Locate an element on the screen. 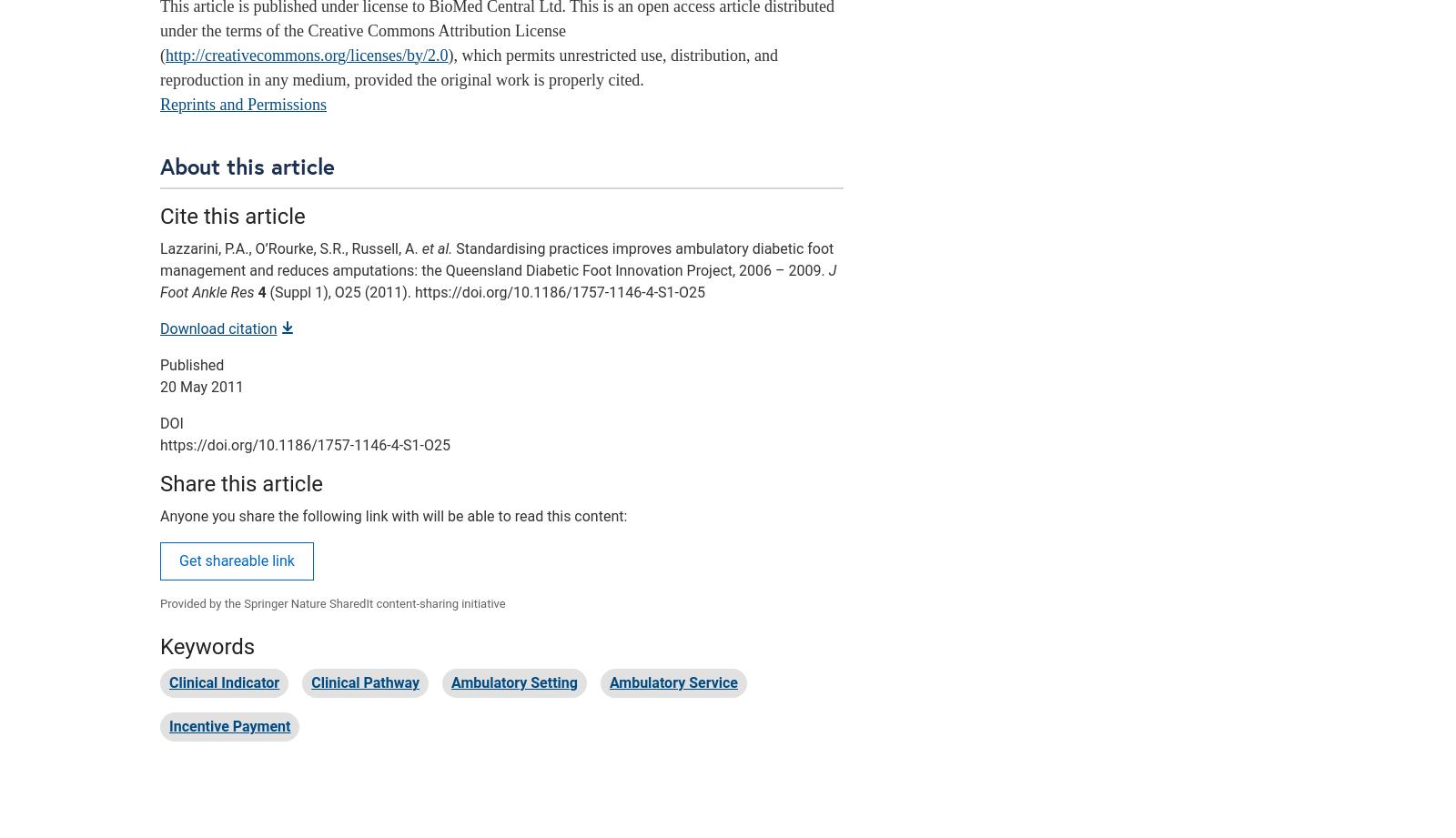  'Share this article' is located at coordinates (240, 482).